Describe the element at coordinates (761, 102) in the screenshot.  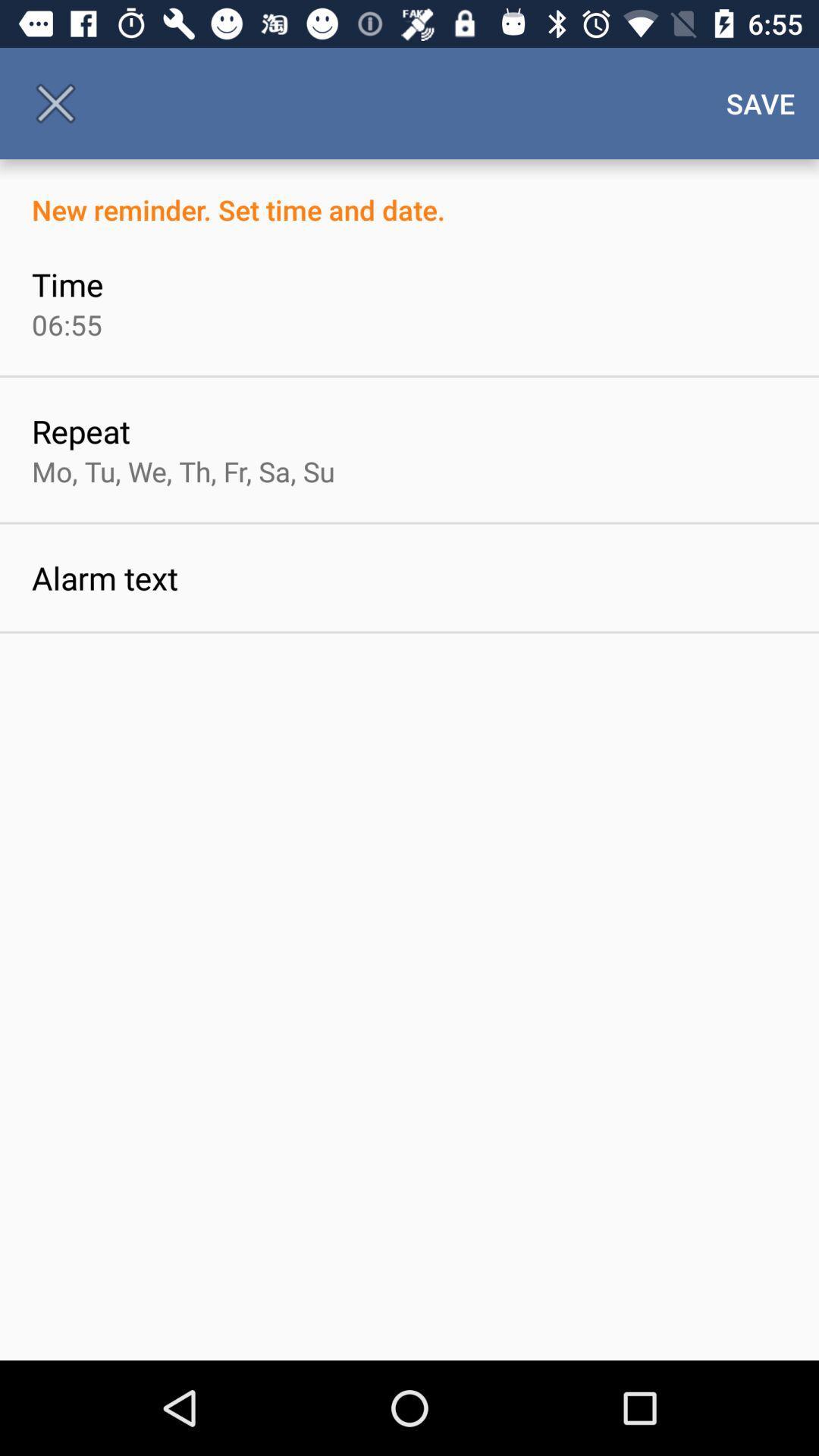
I see `save` at that location.